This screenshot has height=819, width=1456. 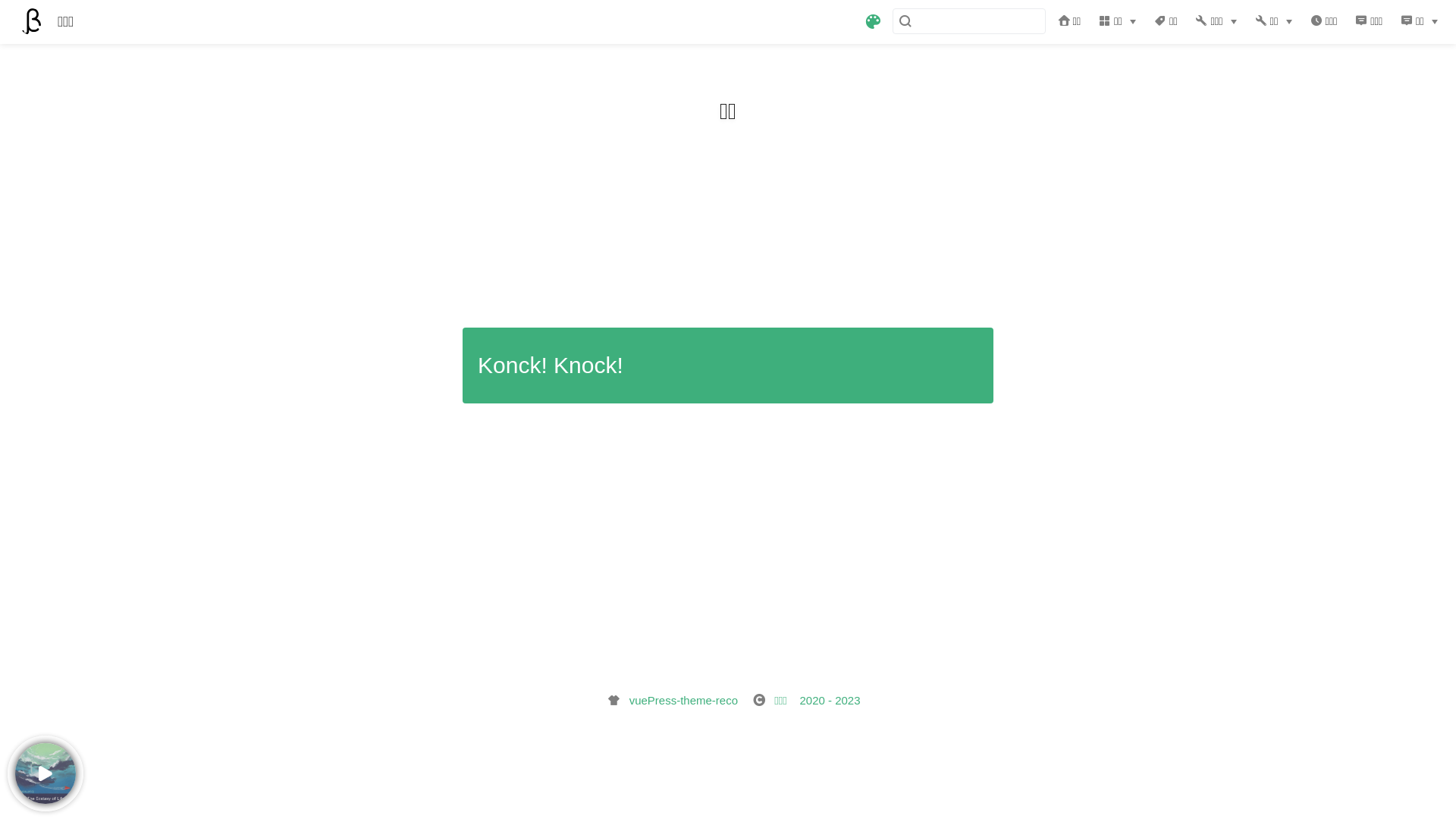 What do you see at coordinates (682, 700) in the screenshot?
I see `'vuePress-theme-reco'` at bounding box center [682, 700].